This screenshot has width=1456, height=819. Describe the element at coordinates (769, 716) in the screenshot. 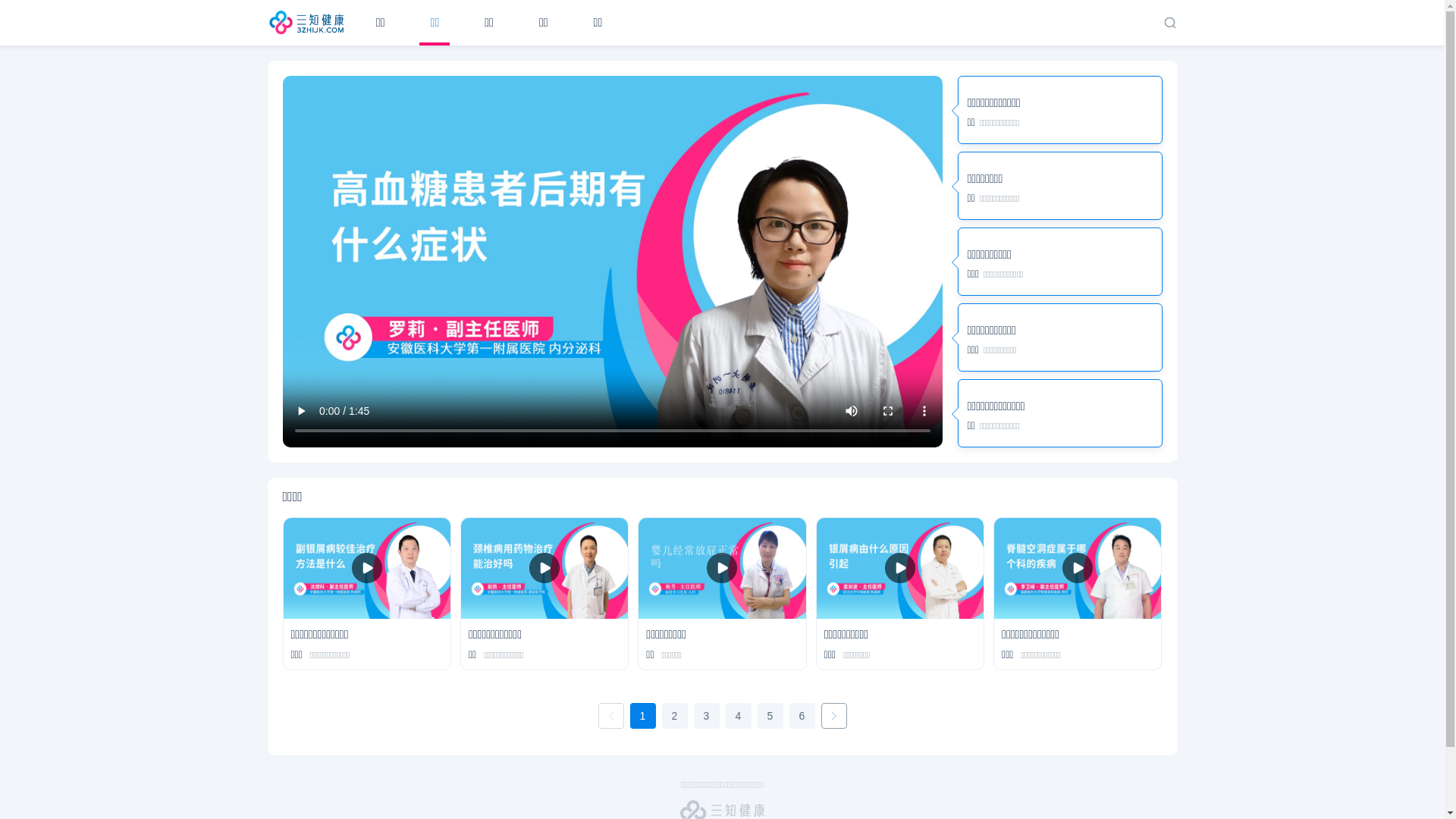

I see `'5'` at that location.